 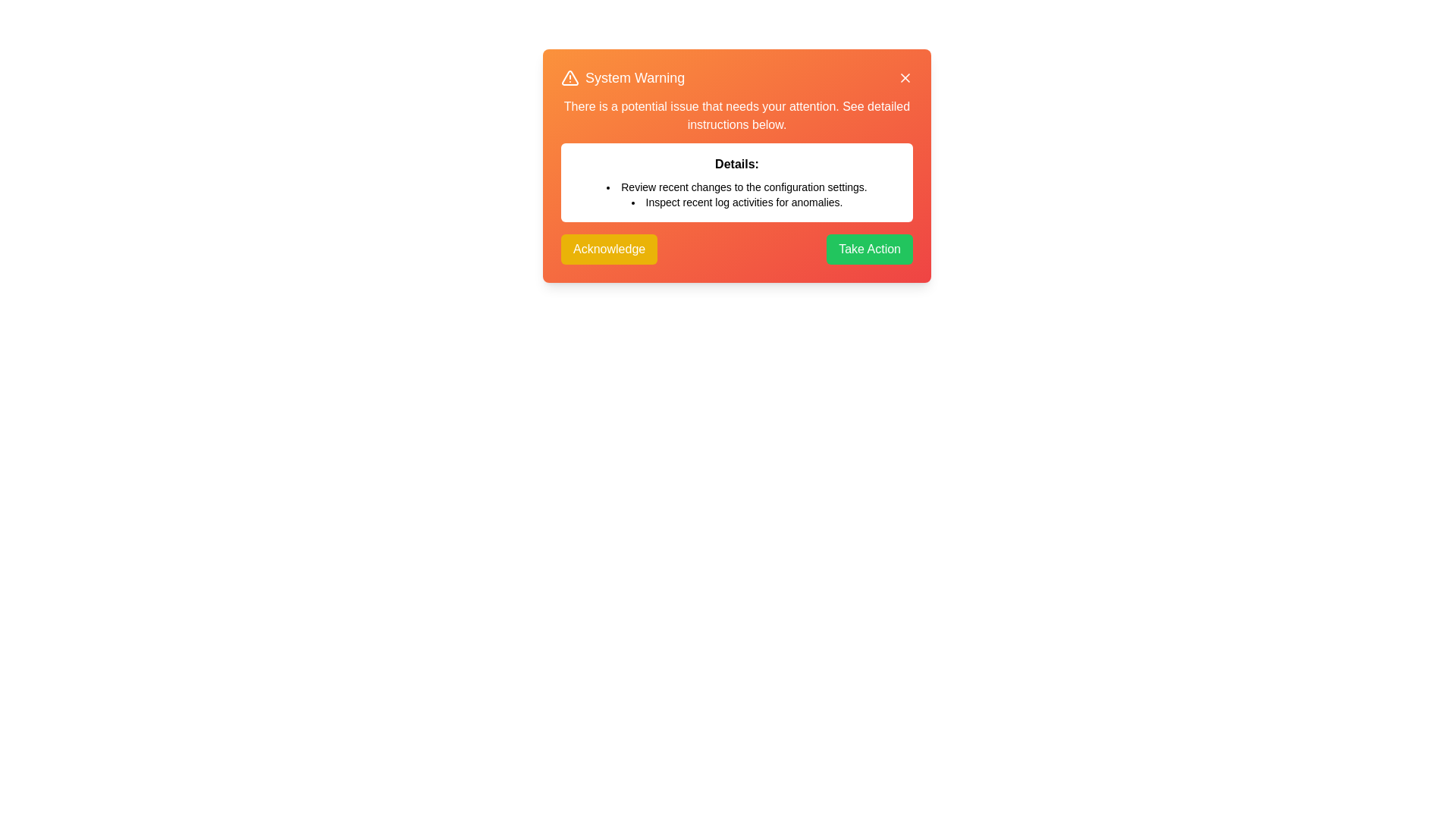 I want to click on the alert icon located at the upper left corner of the warning modal, adjacent to the 'System Warning' text, so click(x=570, y=78).